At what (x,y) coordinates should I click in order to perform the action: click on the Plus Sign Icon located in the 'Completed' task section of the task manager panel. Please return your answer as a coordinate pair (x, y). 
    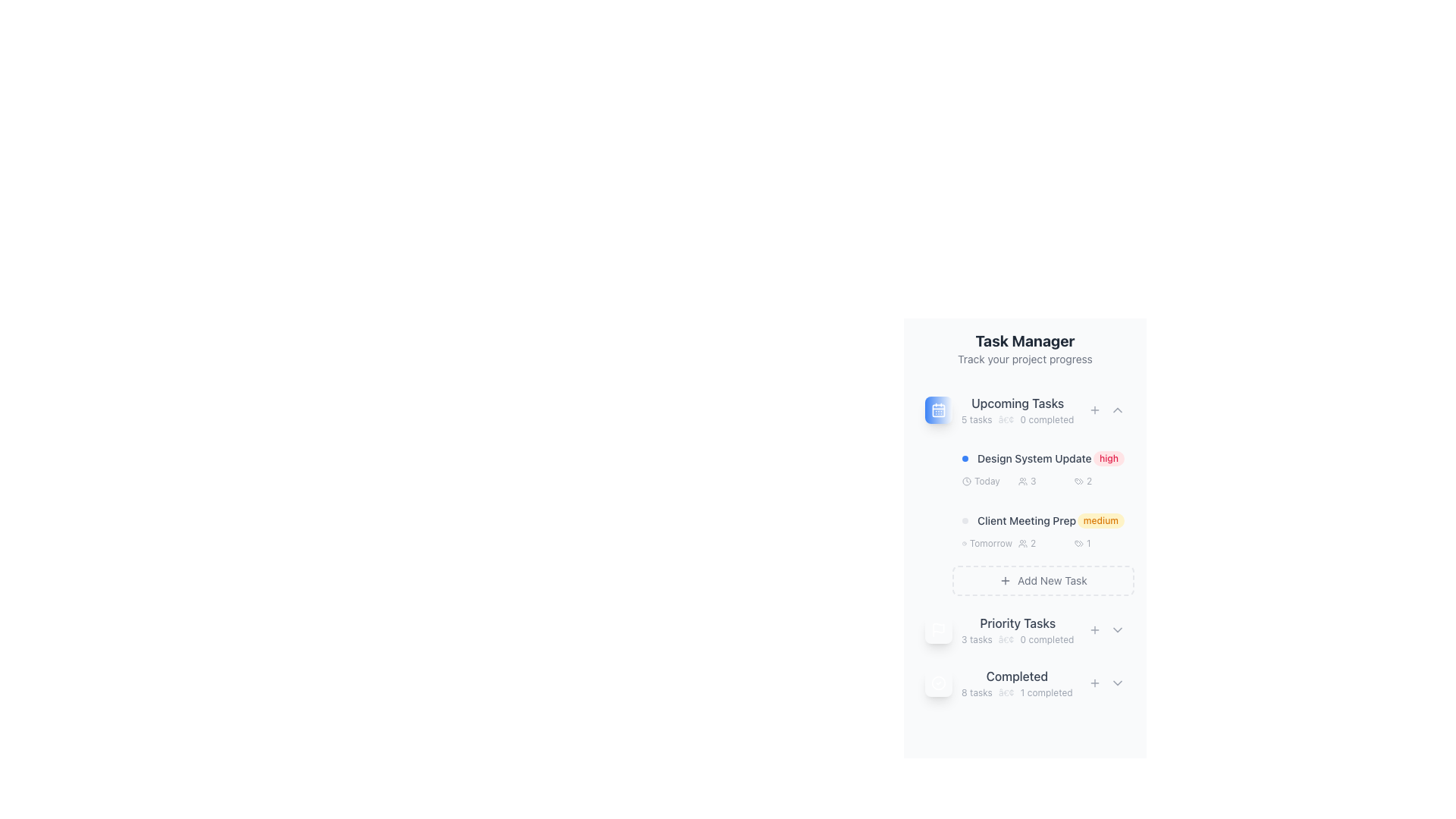
    Looking at the image, I should click on (1095, 683).